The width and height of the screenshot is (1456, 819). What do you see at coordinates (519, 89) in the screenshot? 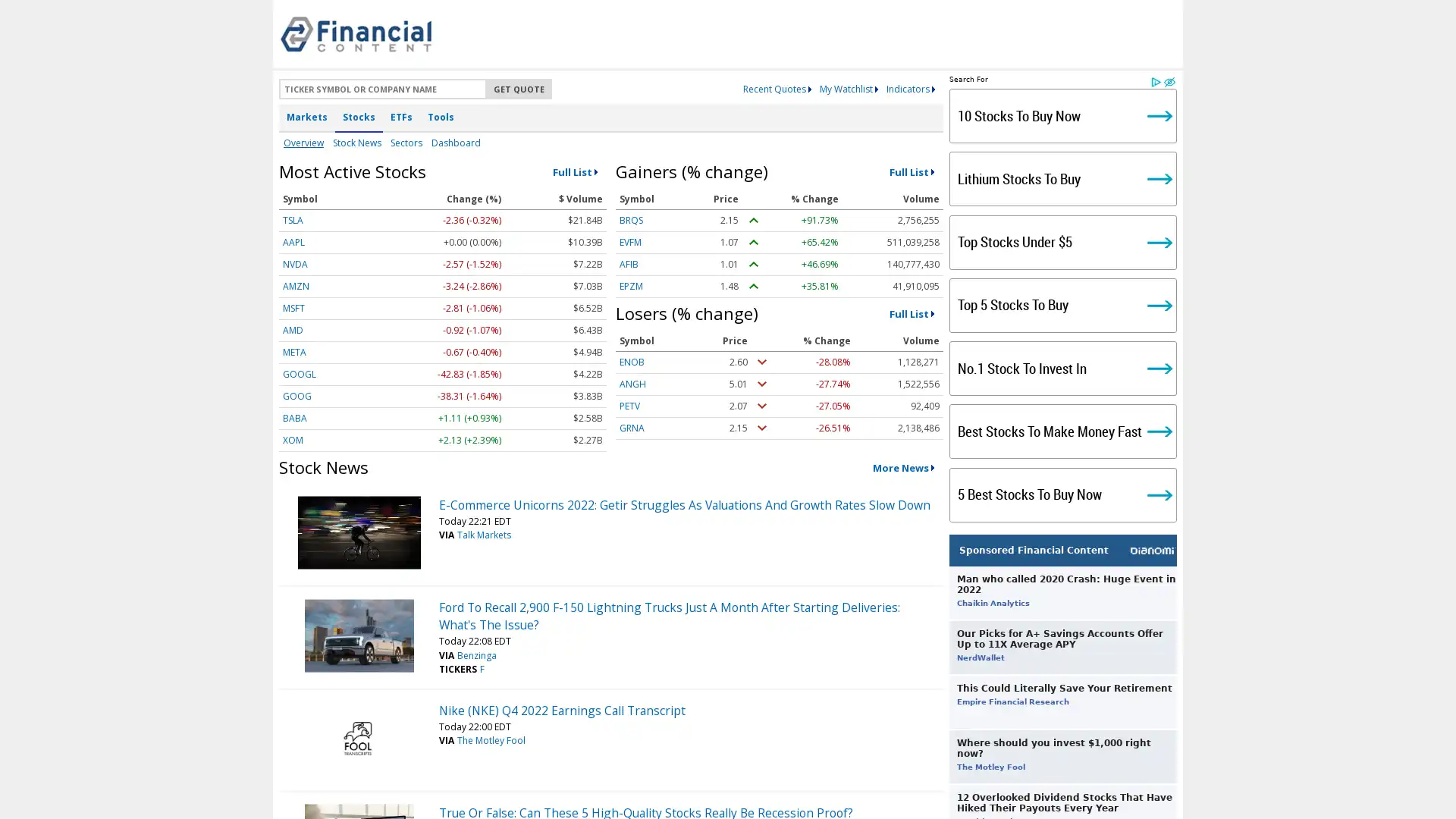
I see `Get Quote` at bounding box center [519, 89].